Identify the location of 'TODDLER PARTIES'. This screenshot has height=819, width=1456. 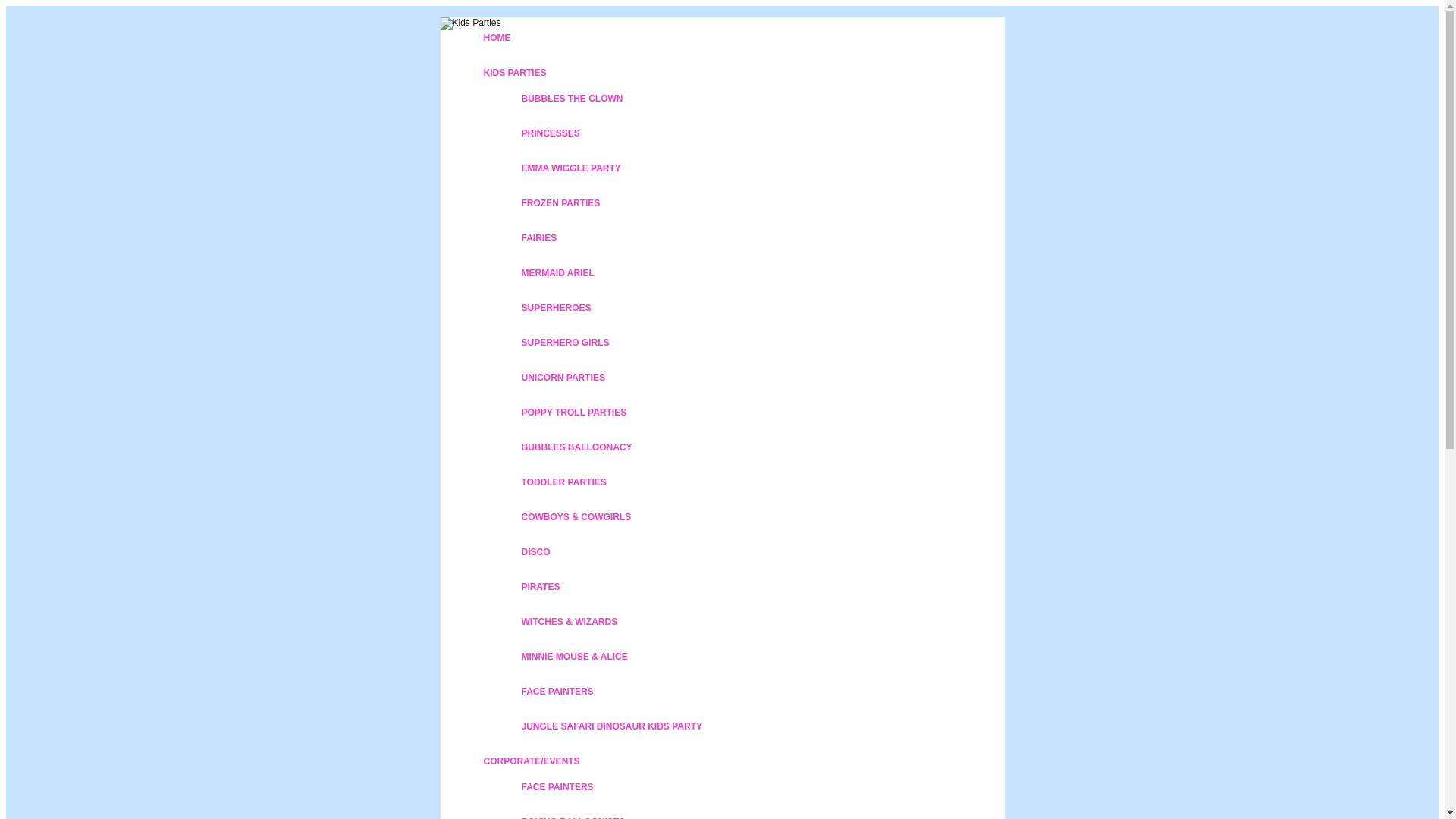
(563, 482).